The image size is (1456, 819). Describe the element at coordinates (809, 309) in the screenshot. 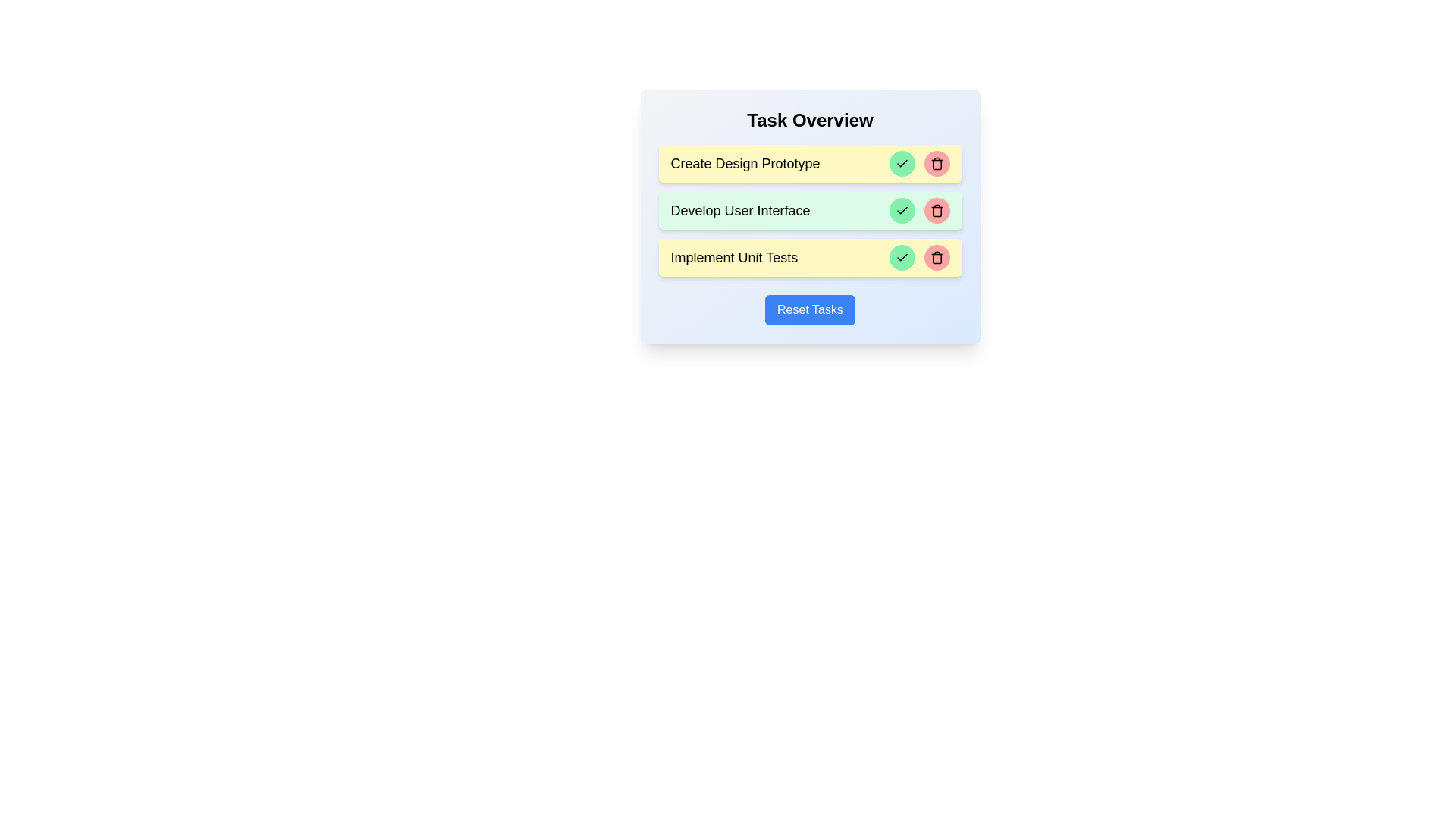

I see `the 'Reset Tasks' button to reset all tasks to incomplete` at that location.